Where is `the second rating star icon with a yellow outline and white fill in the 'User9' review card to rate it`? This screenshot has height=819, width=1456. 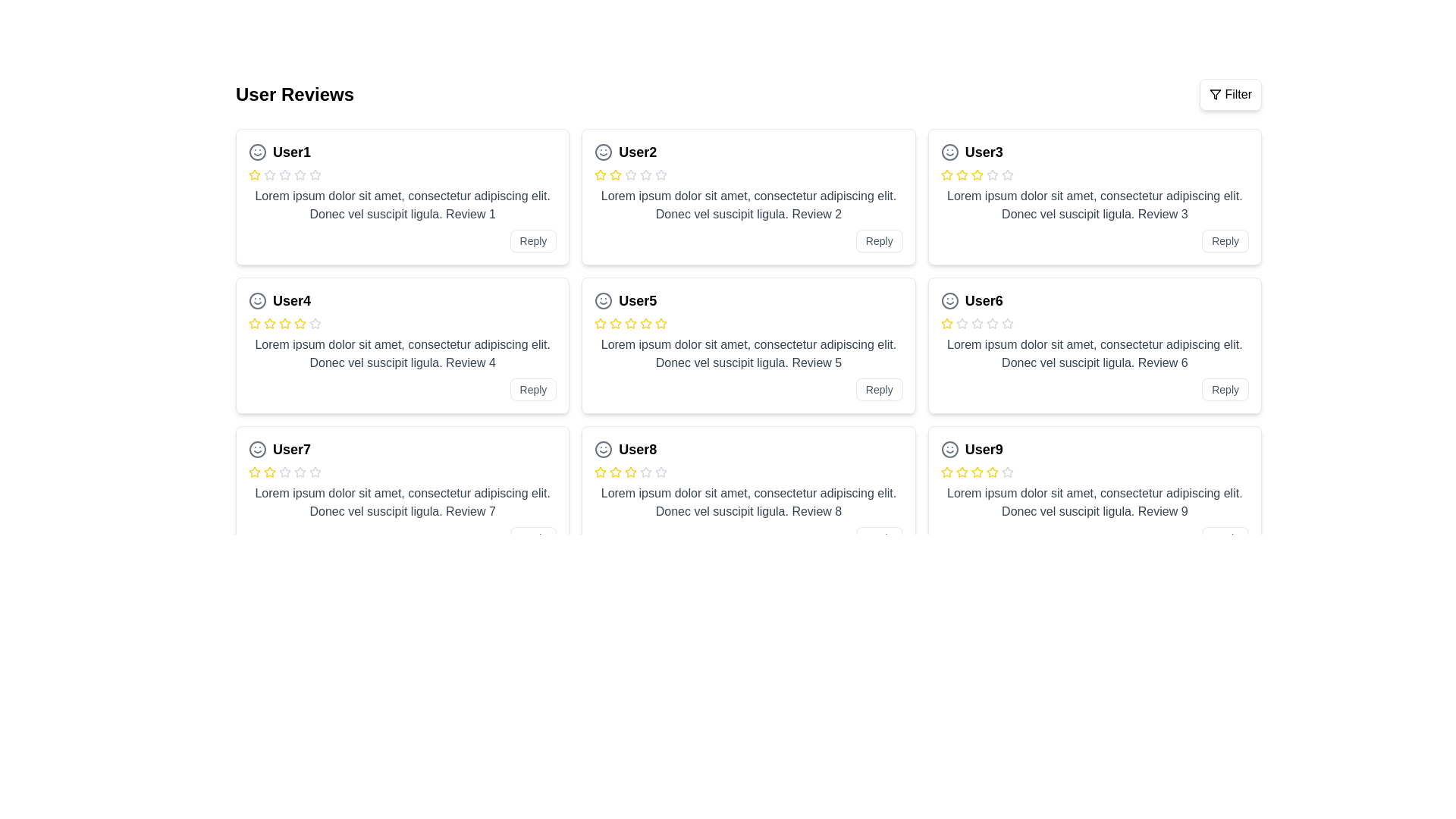 the second rating star icon with a yellow outline and white fill in the 'User9' review card to rate it is located at coordinates (977, 471).